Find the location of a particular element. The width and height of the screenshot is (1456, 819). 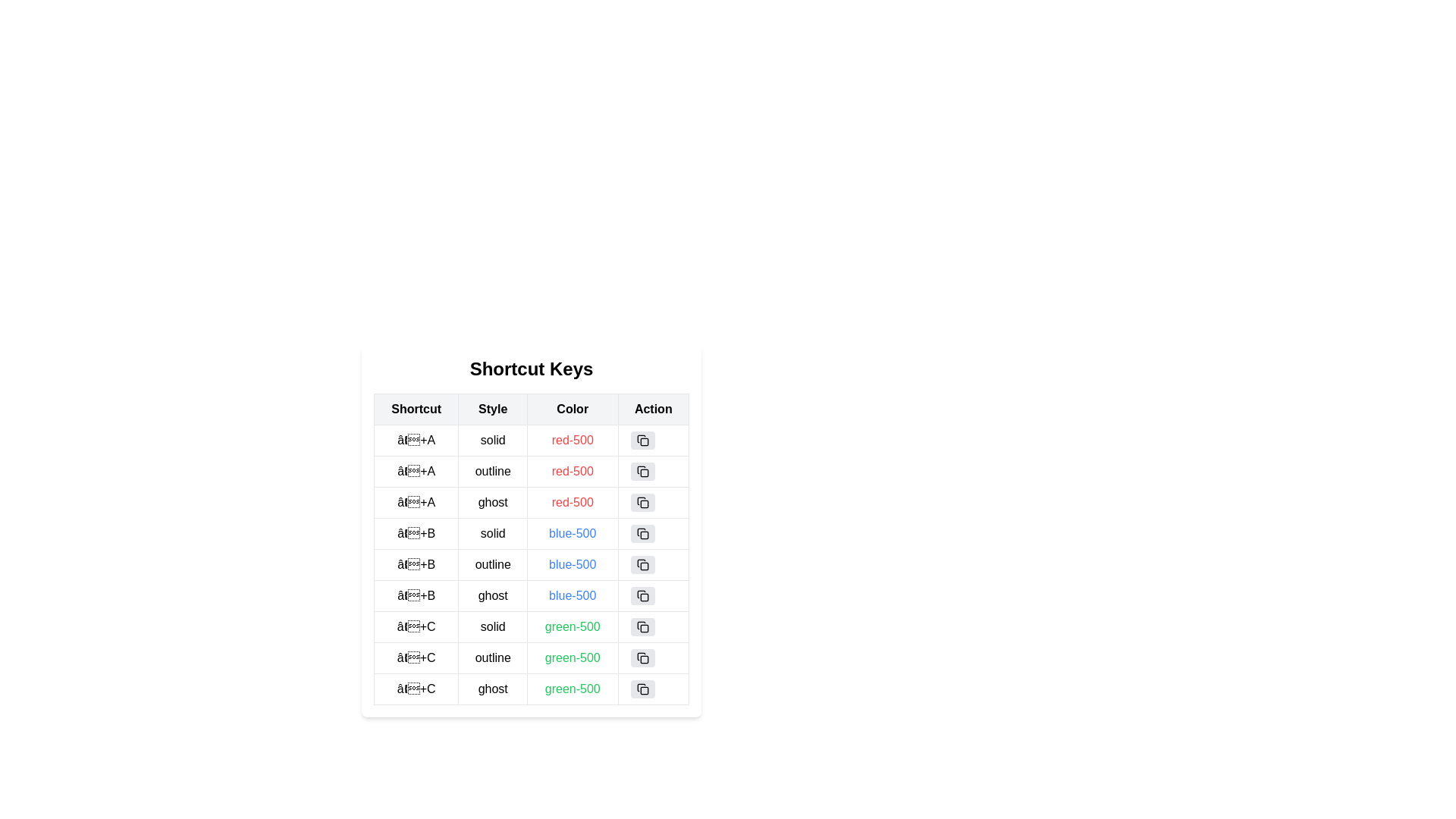

the copy button in the 'Action' column for the row corresponding to 'solid blue-500' is located at coordinates (642, 533).